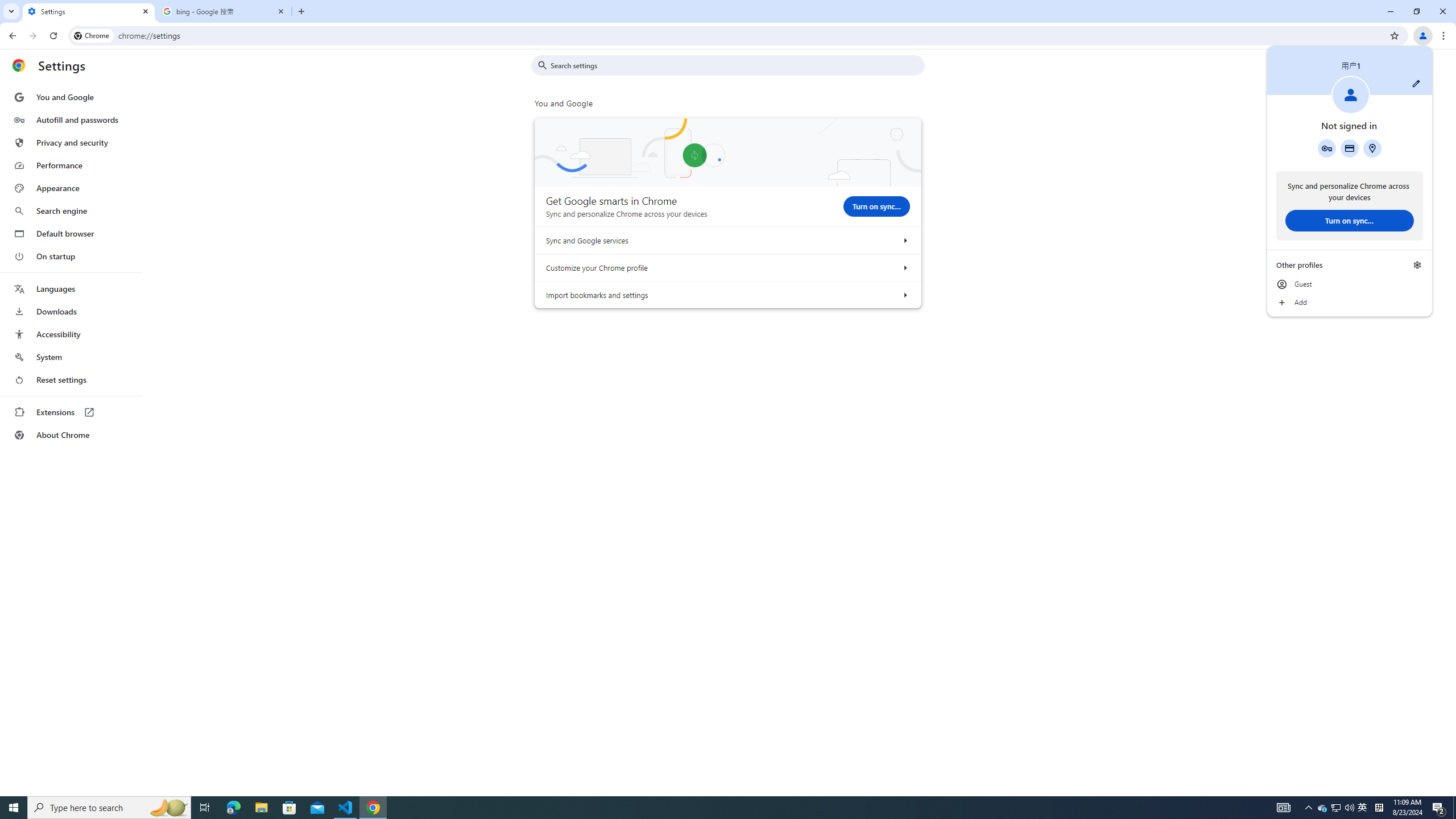  Describe the element at coordinates (1379, 806) in the screenshot. I see `'Tray Input Indicator - Chinese (Simplified, China)'` at that location.